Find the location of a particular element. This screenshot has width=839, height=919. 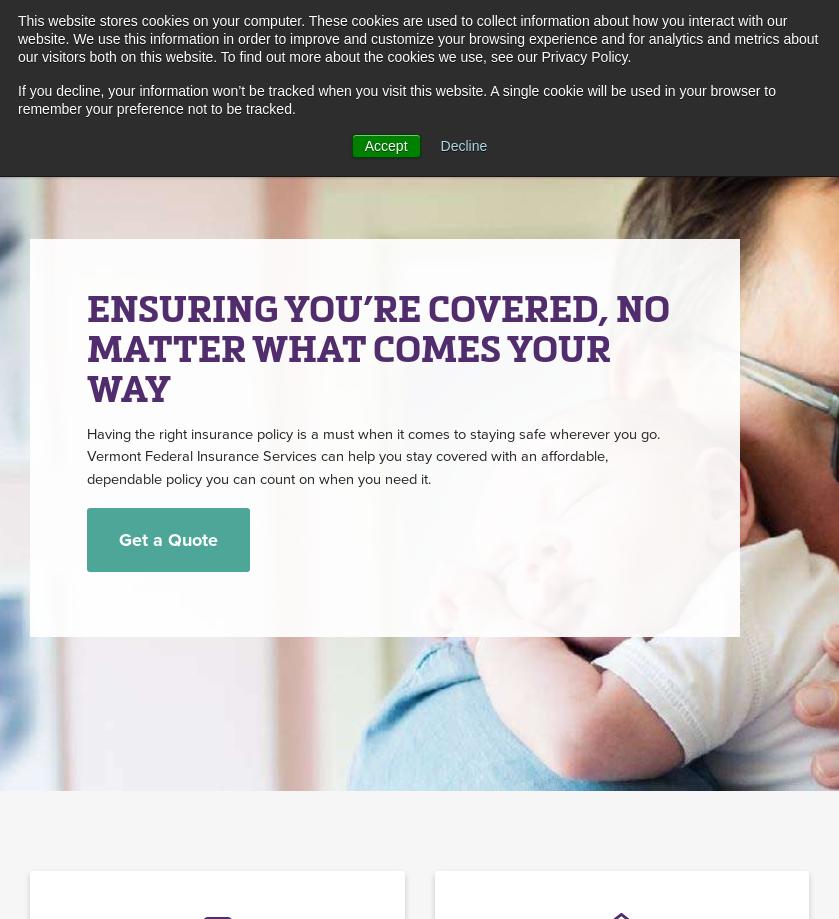

'Get a Quote' is located at coordinates (167, 539).